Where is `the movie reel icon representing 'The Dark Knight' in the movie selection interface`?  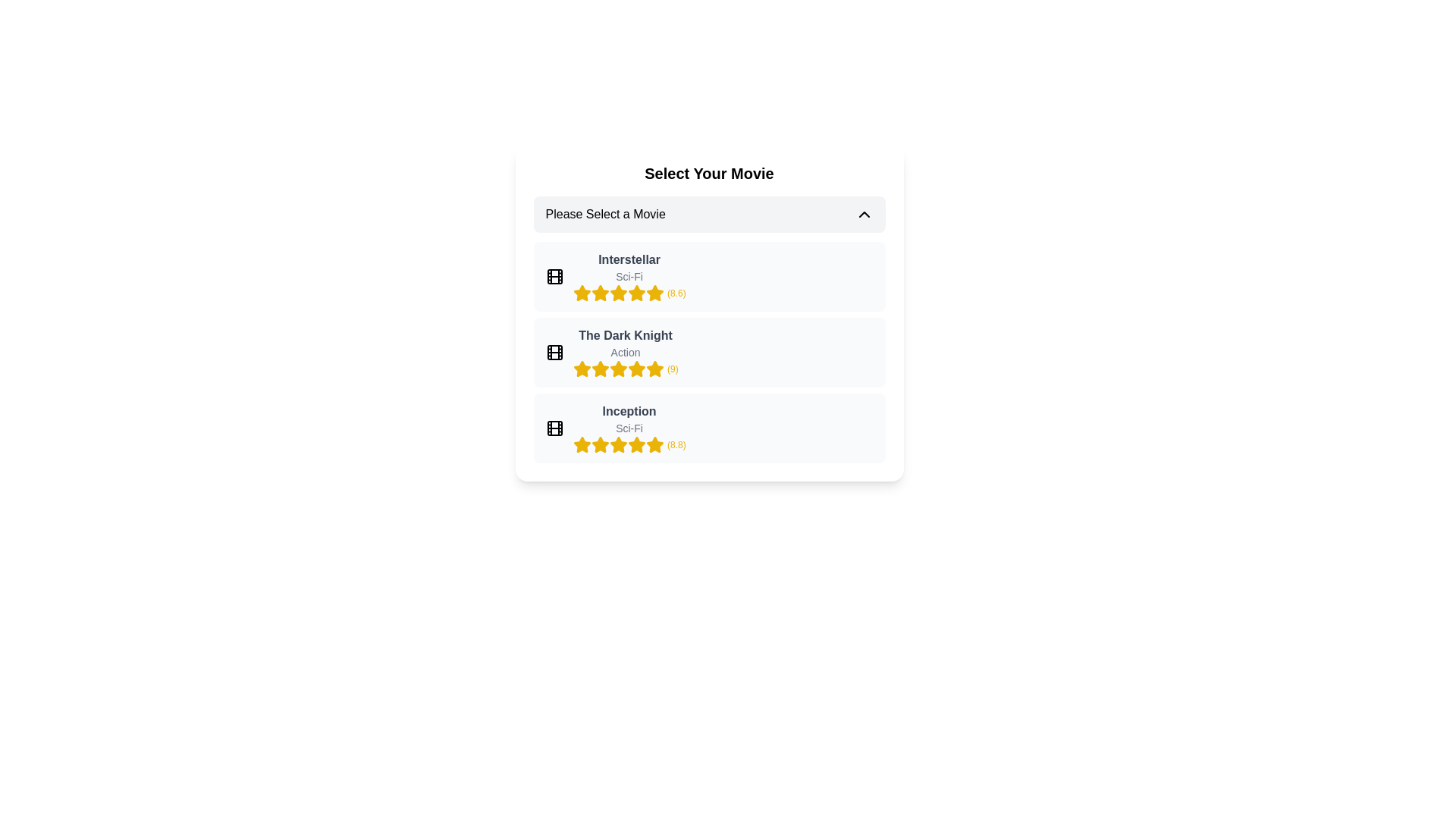 the movie reel icon representing 'The Dark Knight' in the movie selection interface is located at coordinates (554, 353).